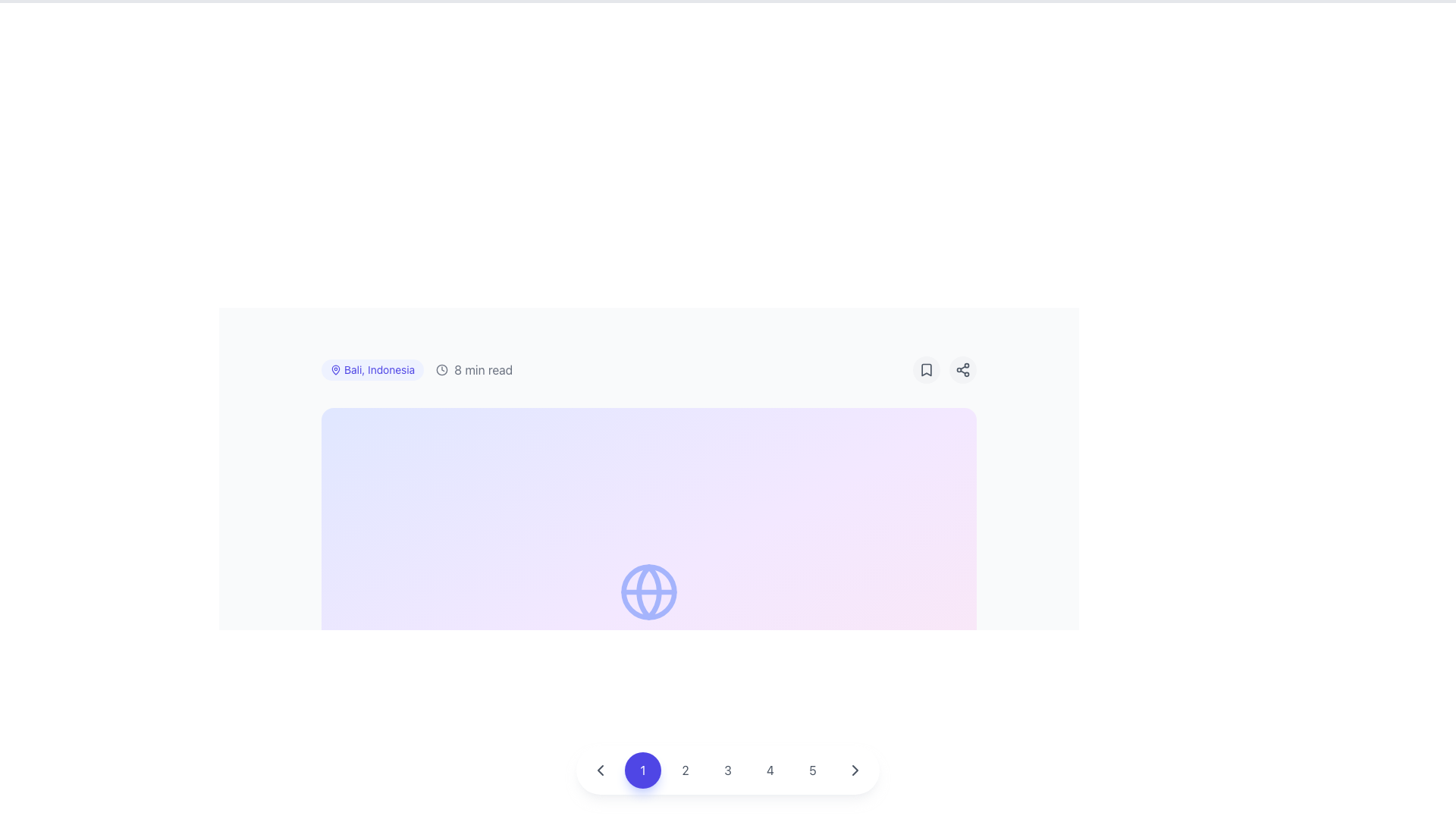  Describe the element at coordinates (962, 370) in the screenshot. I see `the share icon within the rounded light-gray button located in the top-right corner of the content card layout` at that location.